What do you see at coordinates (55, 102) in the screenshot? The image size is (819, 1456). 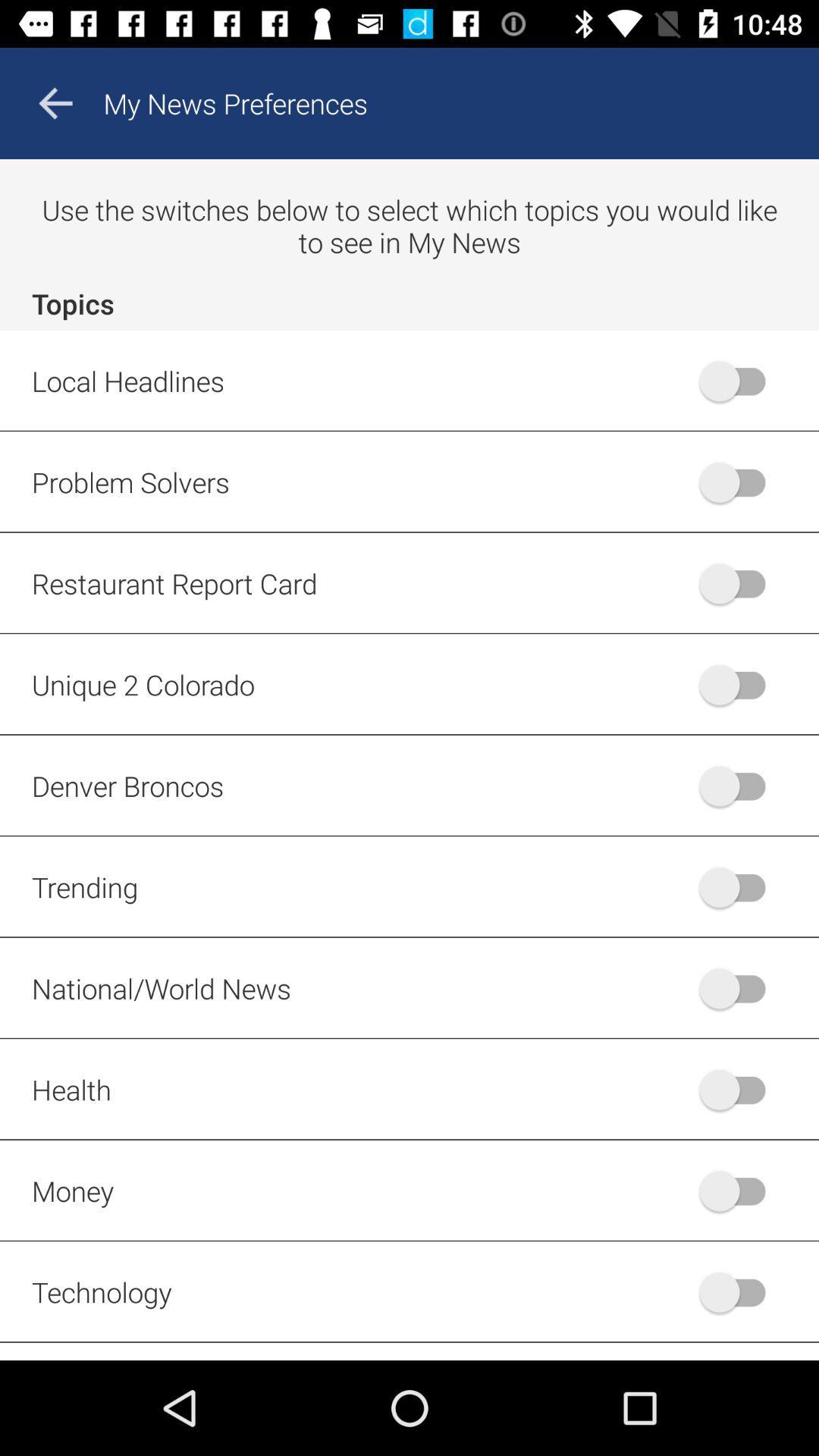 I see `the arrow_backward icon` at bounding box center [55, 102].